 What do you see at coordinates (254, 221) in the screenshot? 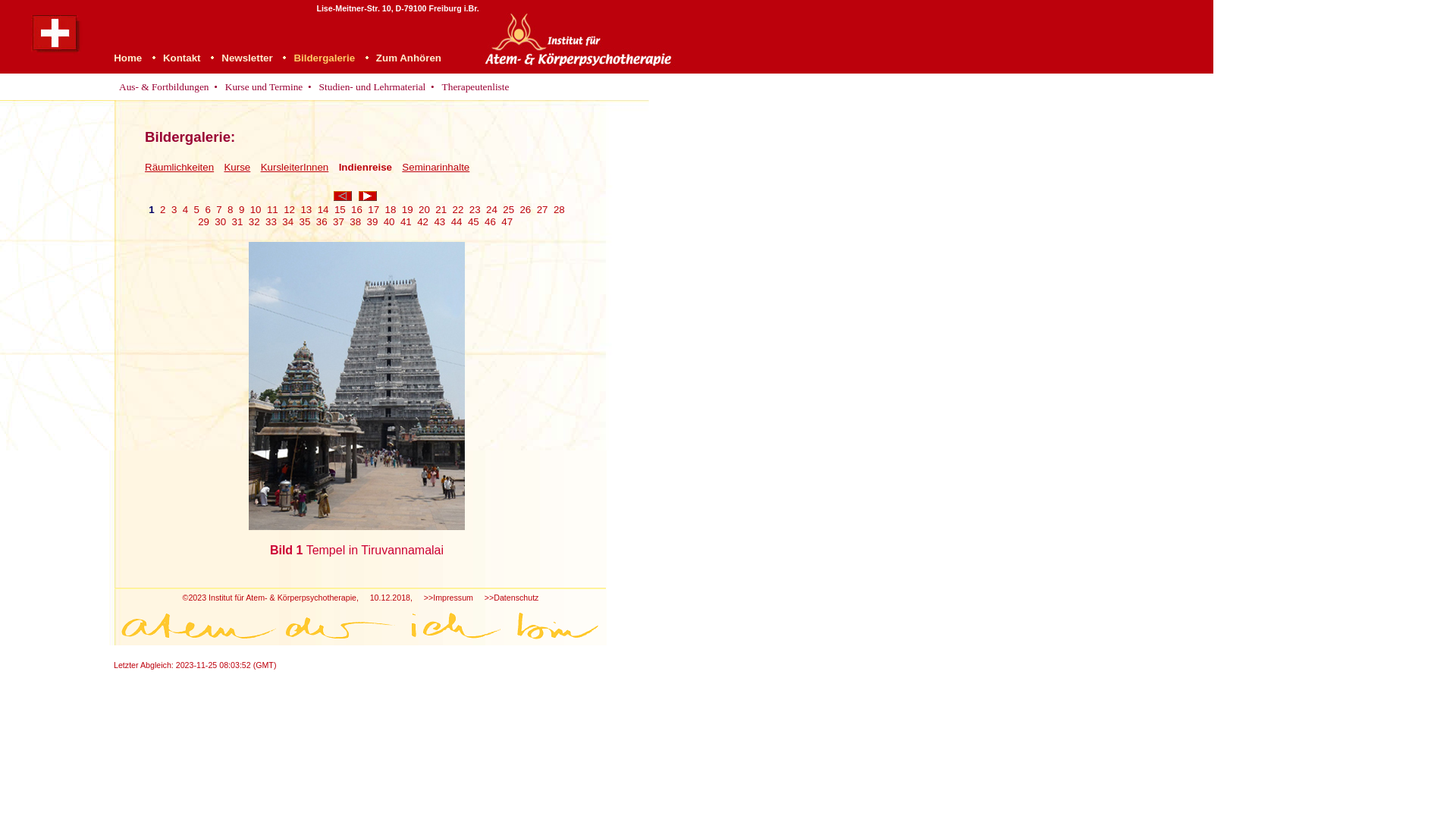
I see `'32'` at bounding box center [254, 221].